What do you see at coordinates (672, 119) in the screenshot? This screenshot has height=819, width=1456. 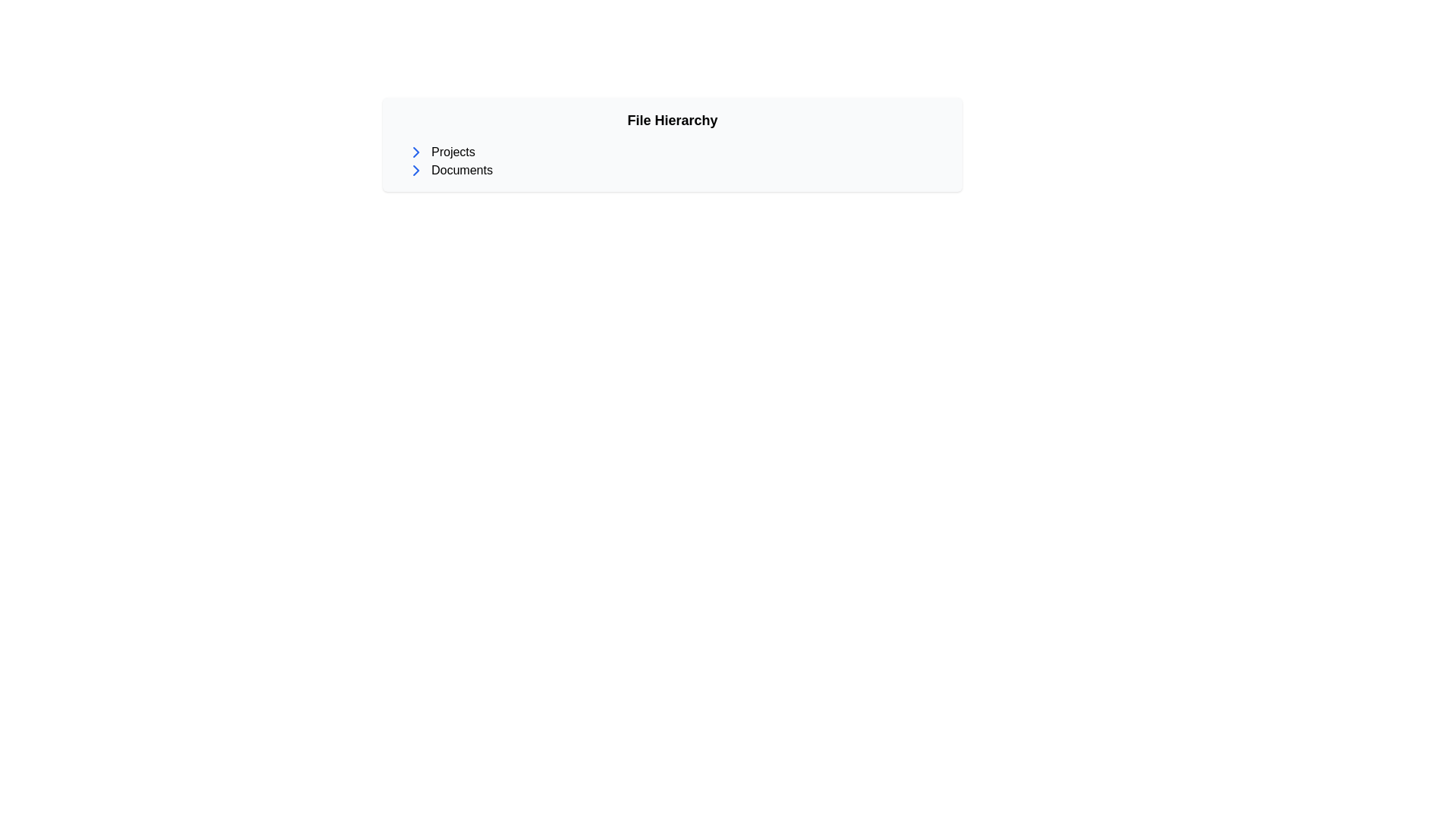 I see `the 'File Hierarchy' text label, which is a bold title positioned at the top of the panel` at bounding box center [672, 119].